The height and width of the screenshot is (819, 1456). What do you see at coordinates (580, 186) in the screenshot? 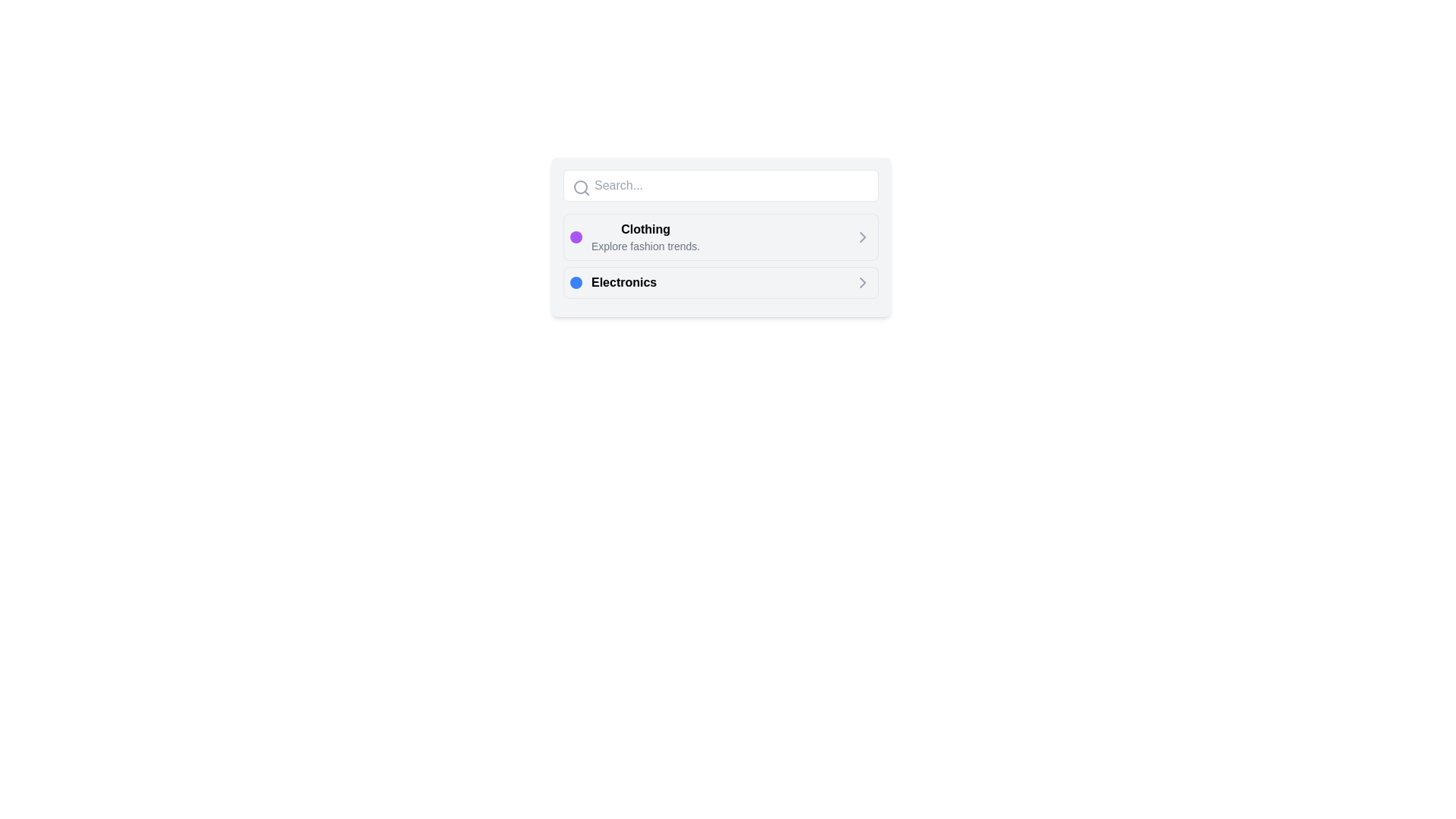
I see `the circular part of the magnifying glass icon located at the top-left corner of the search bar component, which is styled in gray tones` at bounding box center [580, 186].